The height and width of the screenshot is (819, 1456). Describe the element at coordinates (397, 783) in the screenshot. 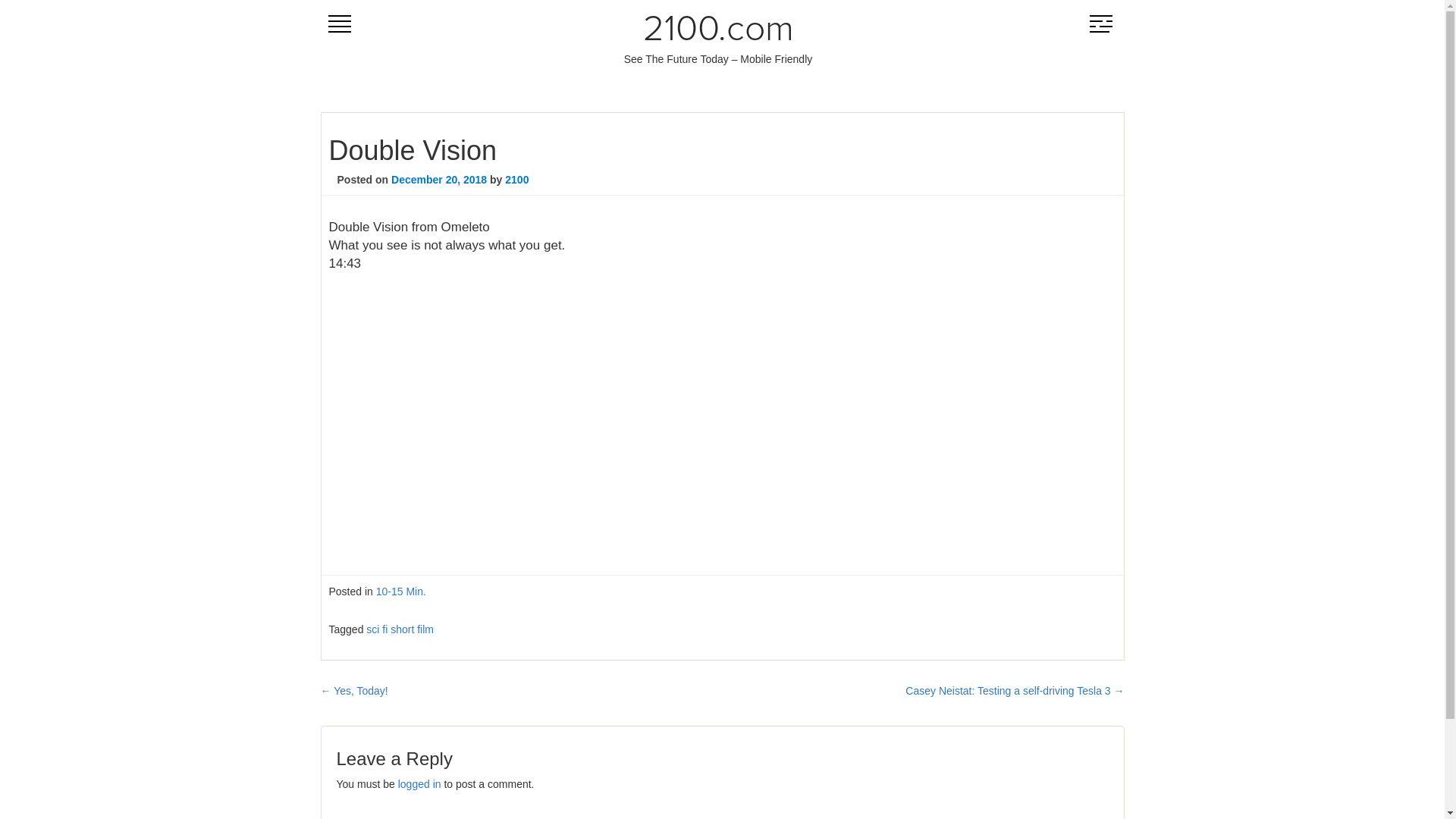

I see `'logged in'` at that location.